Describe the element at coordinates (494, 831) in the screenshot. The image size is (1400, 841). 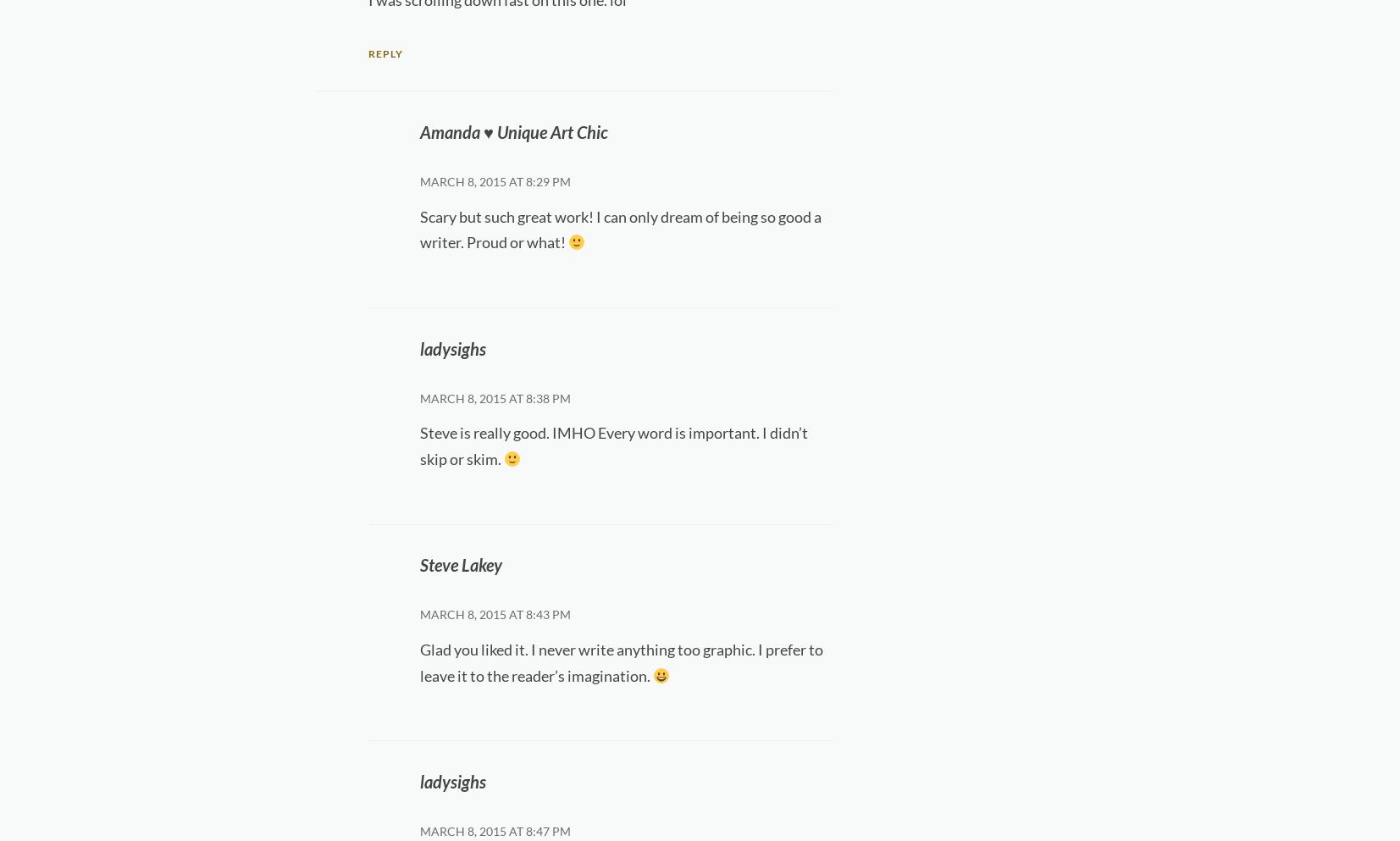
I see `'March 8, 2015 at 8:47 pm'` at that location.